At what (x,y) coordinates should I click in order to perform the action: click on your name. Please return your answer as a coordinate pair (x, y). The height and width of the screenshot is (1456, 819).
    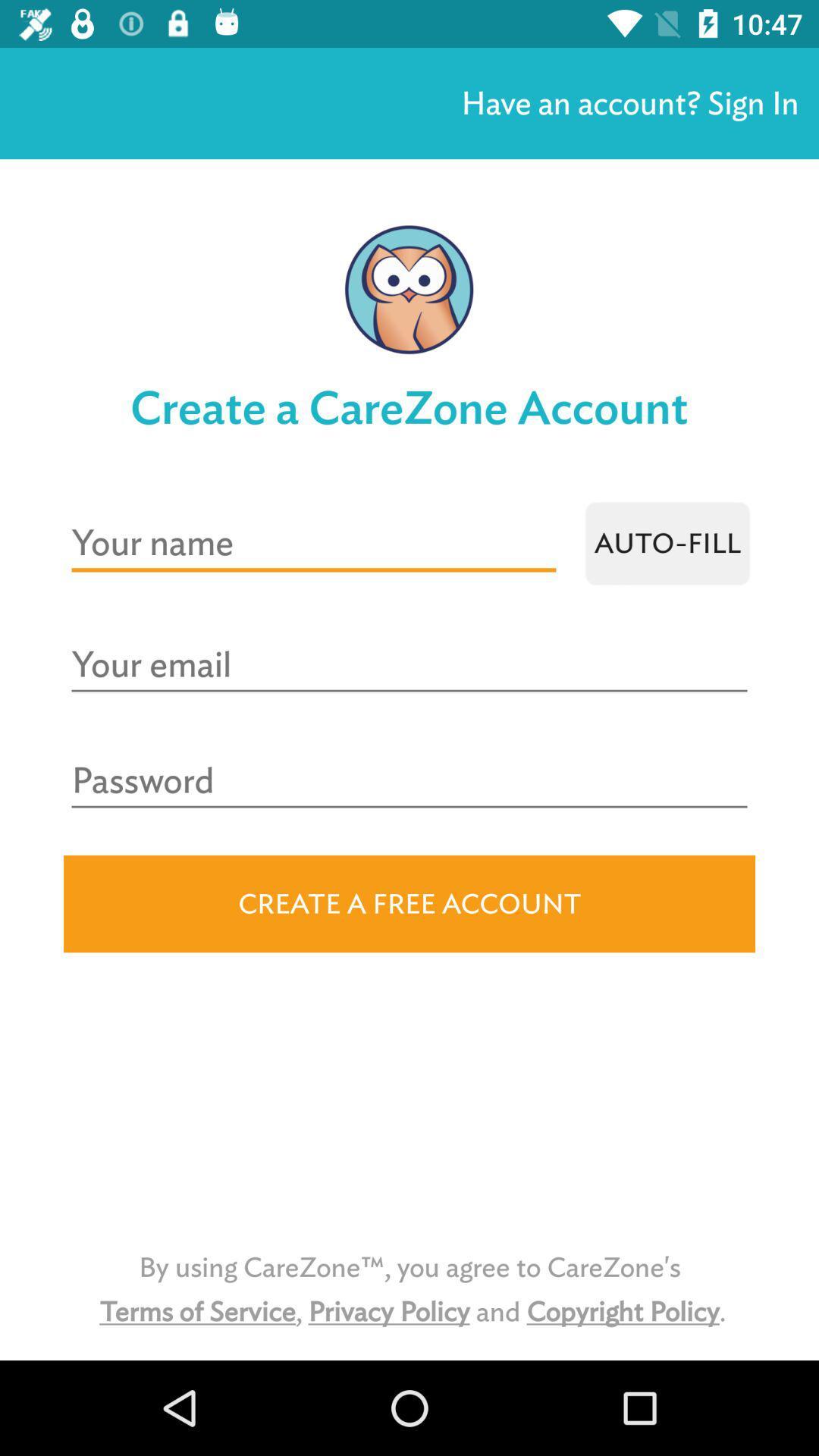
    Looking at the image, I should click on (312, 543).